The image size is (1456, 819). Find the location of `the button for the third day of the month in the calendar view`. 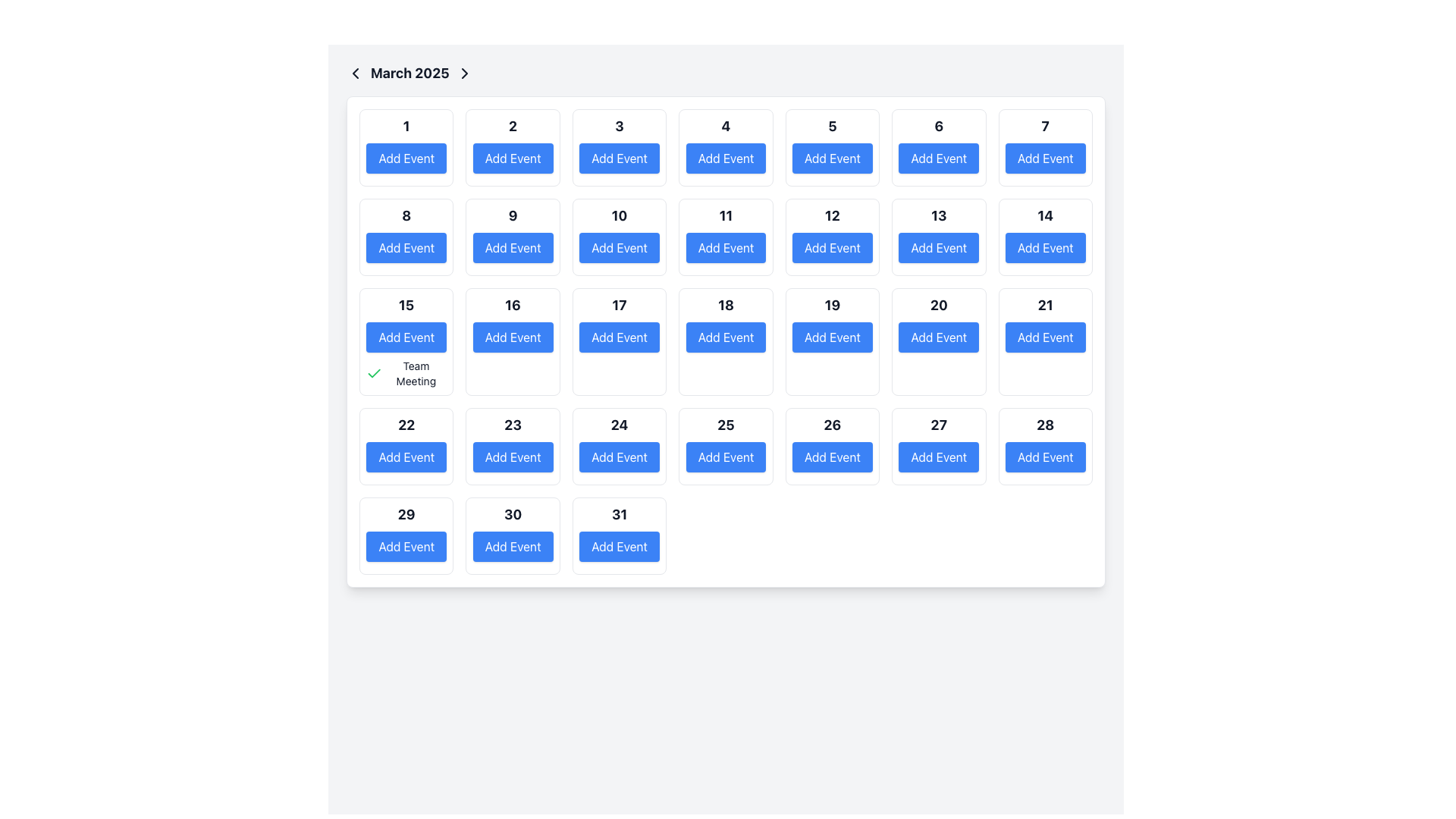

the button for the third day of the month in the calendar view is located at coordinates (620, 148).